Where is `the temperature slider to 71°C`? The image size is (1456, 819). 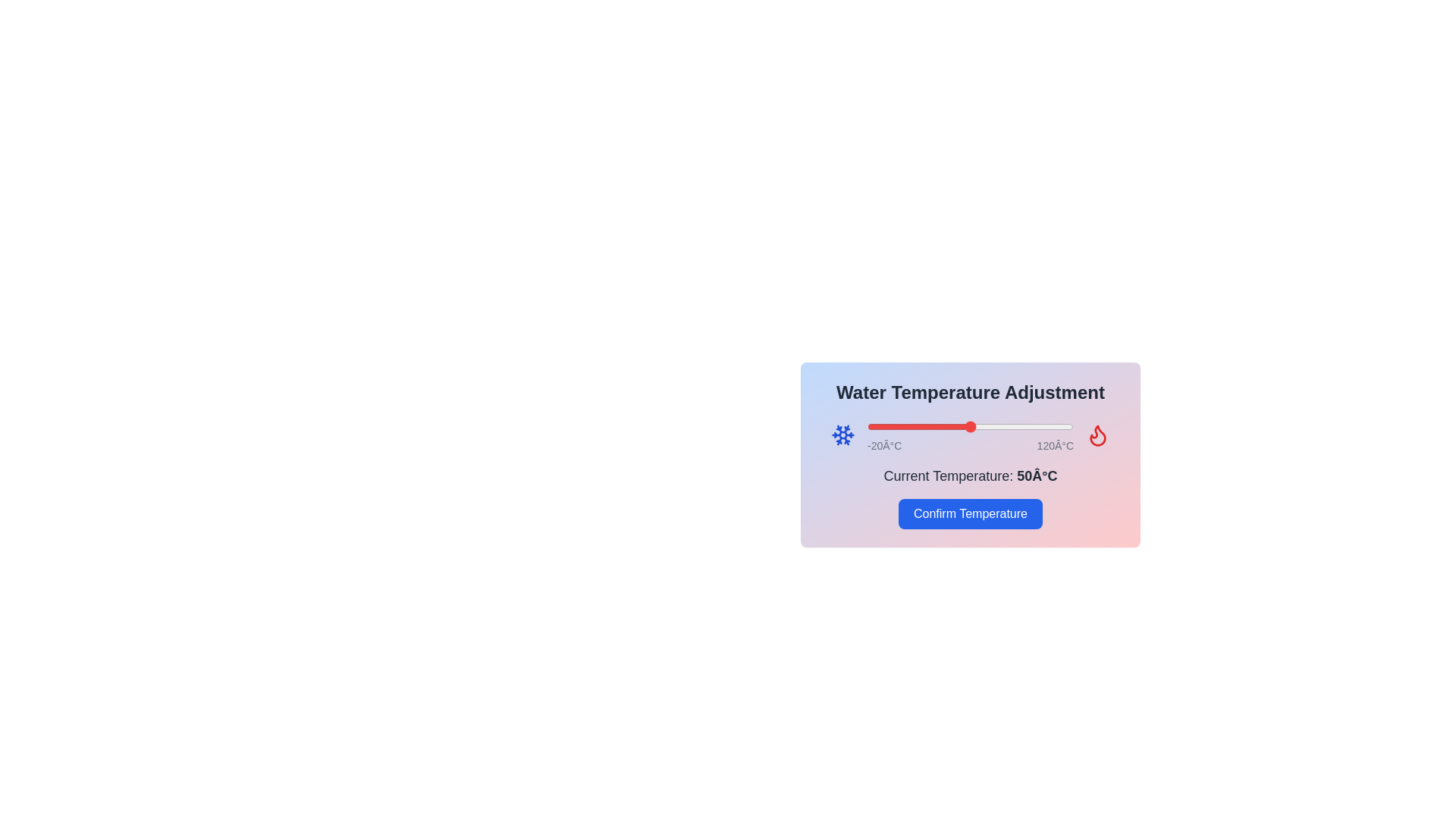
the temperature slider to 71°C is located at coordinates (1001, 427).